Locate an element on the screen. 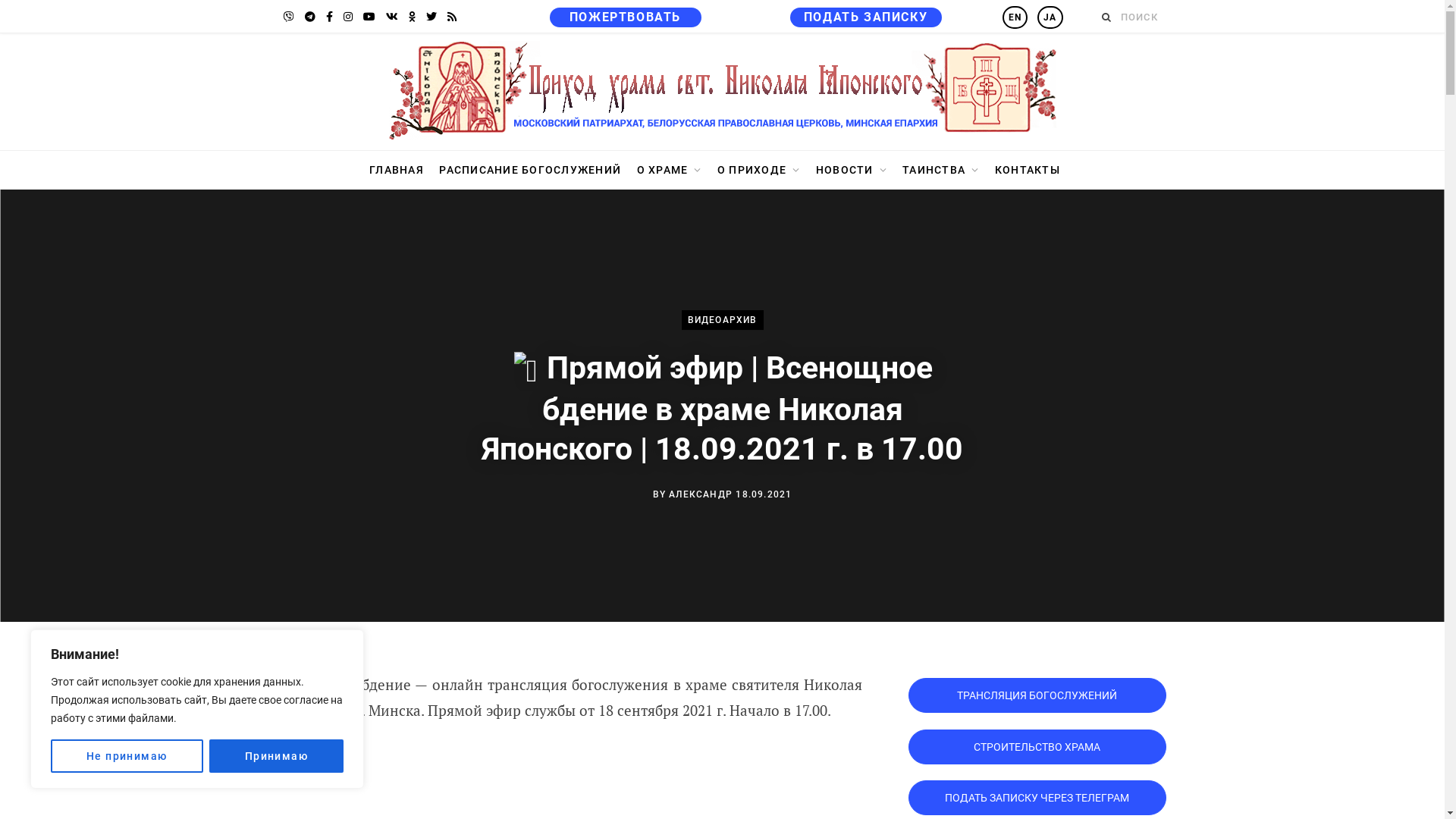 The image size is (1456, 819). 'RSS' is located at coordinates (450, 17).